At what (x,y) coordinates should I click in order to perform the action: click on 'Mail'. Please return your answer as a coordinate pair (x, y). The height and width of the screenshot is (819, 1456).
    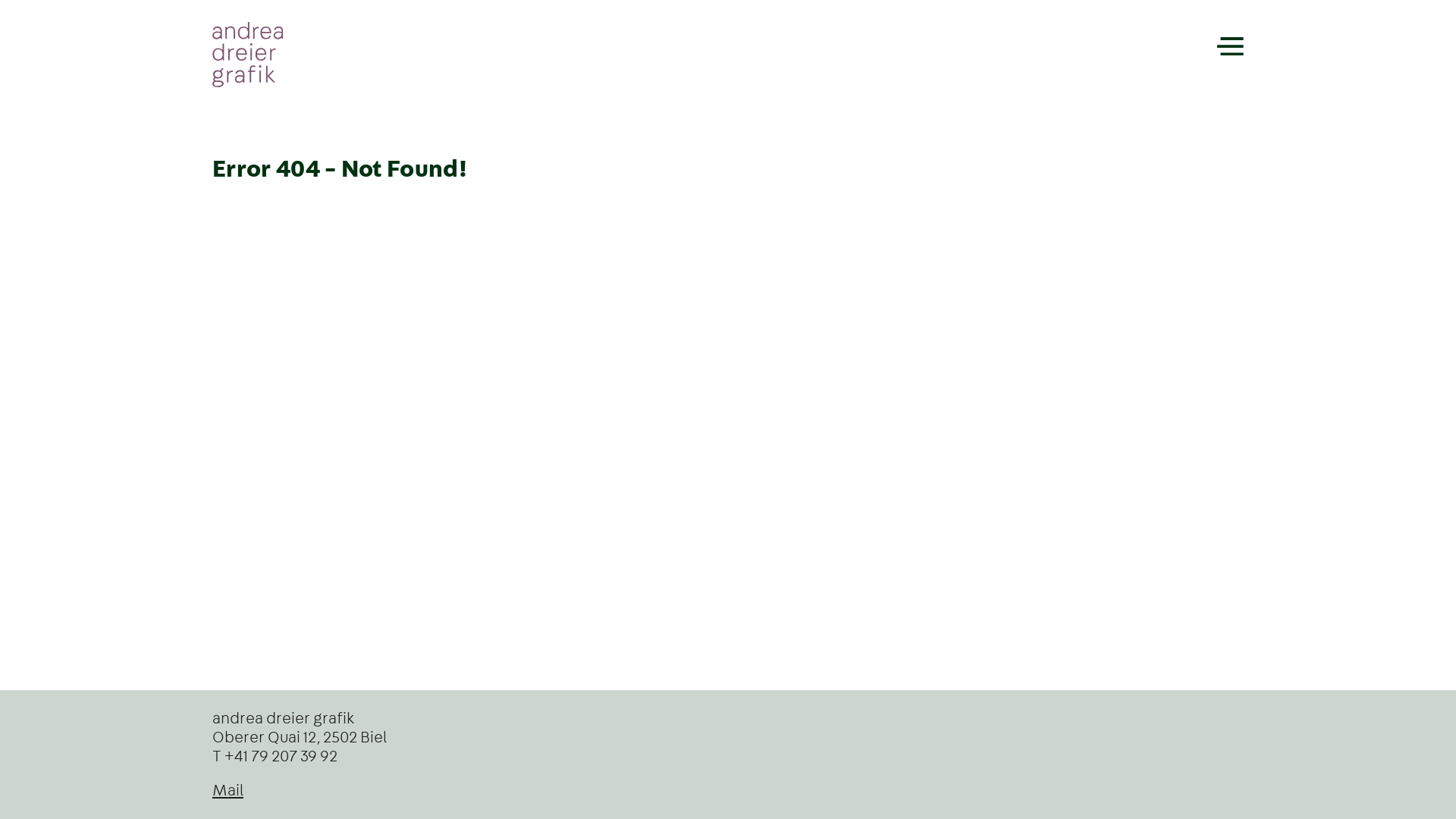
    Looking at the image, I should click on (211, 789).